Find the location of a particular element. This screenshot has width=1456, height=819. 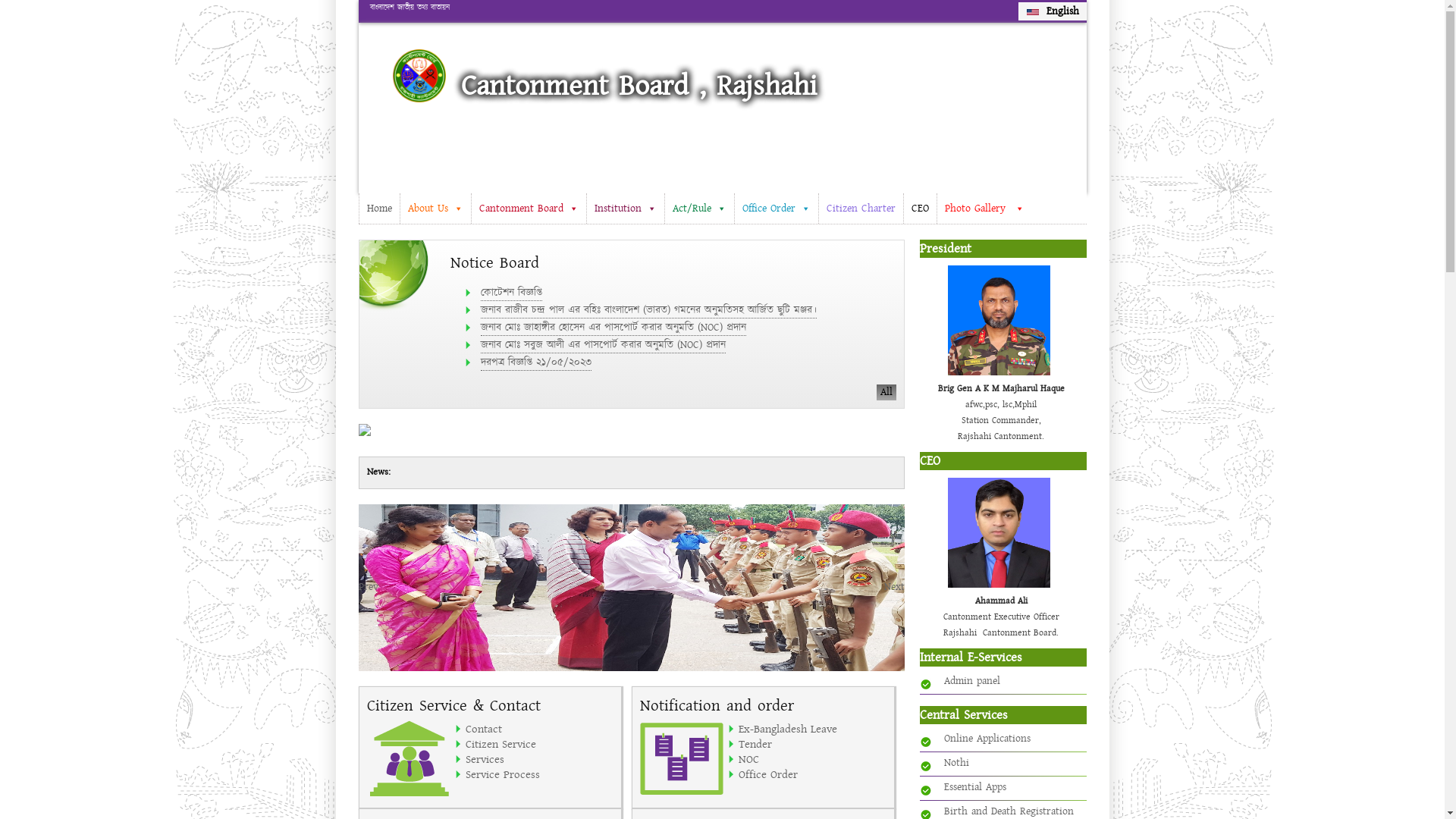

'NOC' is located at coordinates (811, 759).